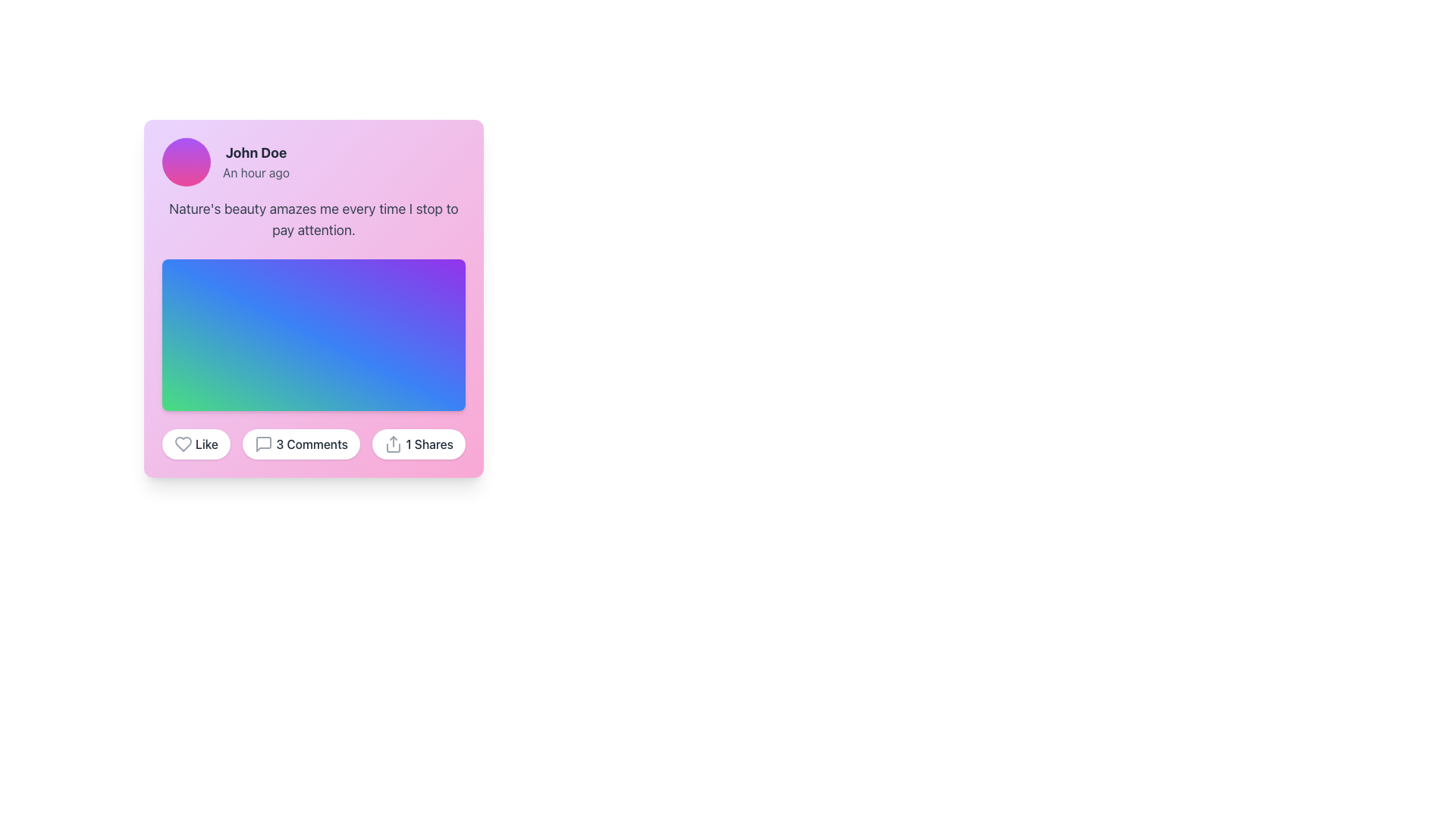 The width and height of the screenshot is (1456, 819). I want to click on the 'like' button located at the bottom left of the card, so click(196, 444).